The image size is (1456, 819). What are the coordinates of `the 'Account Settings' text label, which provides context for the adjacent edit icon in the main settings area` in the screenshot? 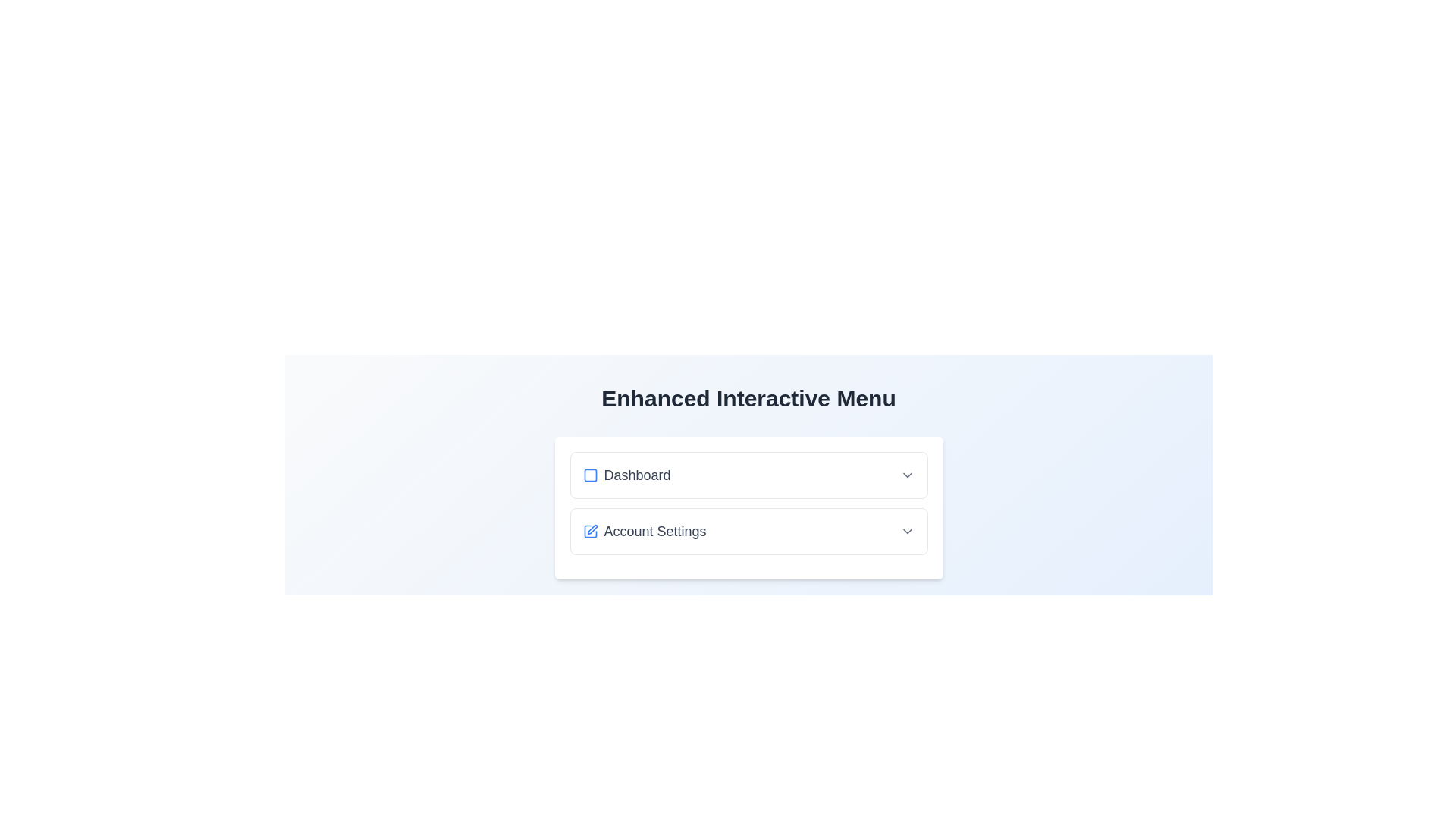 It's located at (655, 531).